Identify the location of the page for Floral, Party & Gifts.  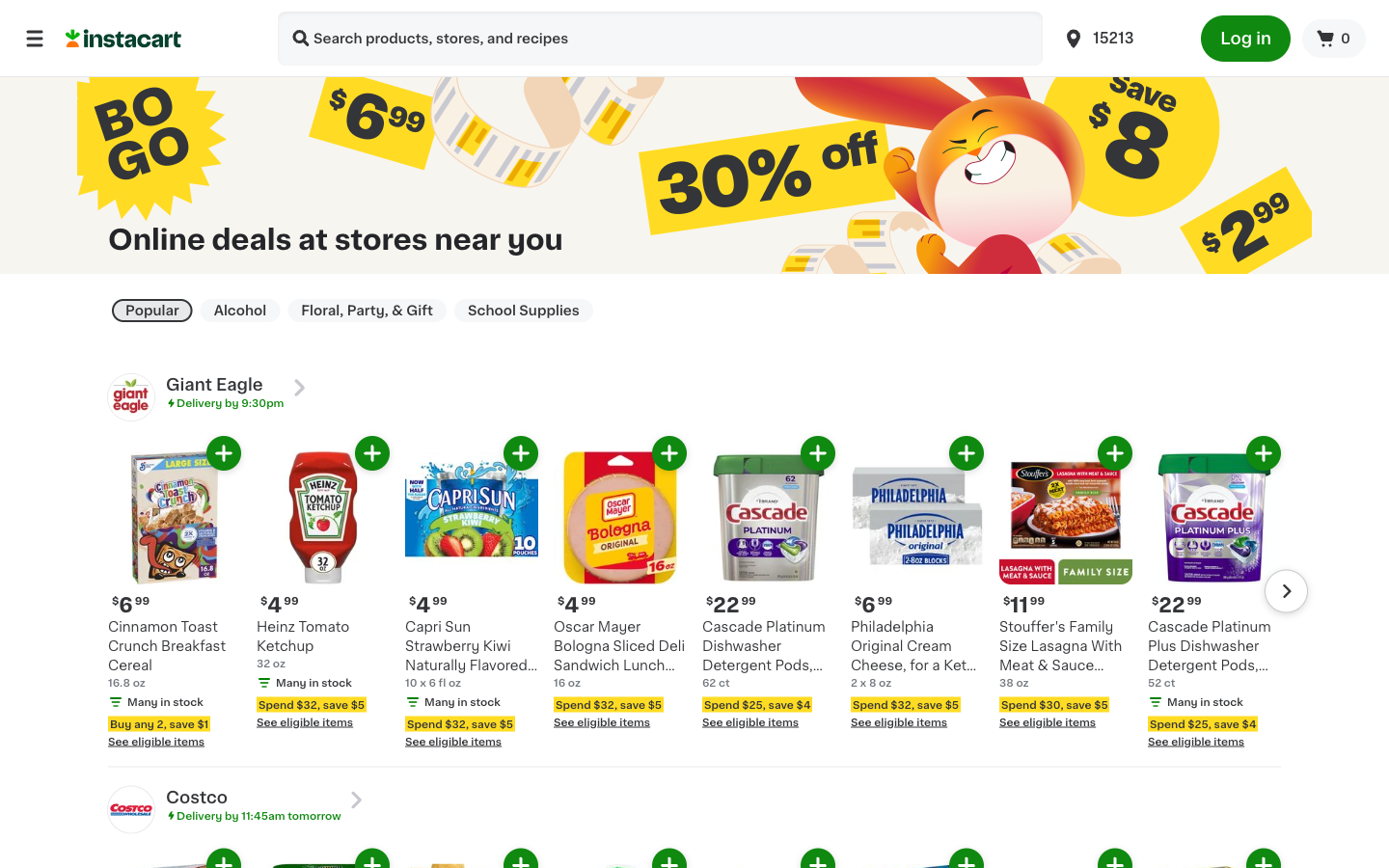
(366, 310).